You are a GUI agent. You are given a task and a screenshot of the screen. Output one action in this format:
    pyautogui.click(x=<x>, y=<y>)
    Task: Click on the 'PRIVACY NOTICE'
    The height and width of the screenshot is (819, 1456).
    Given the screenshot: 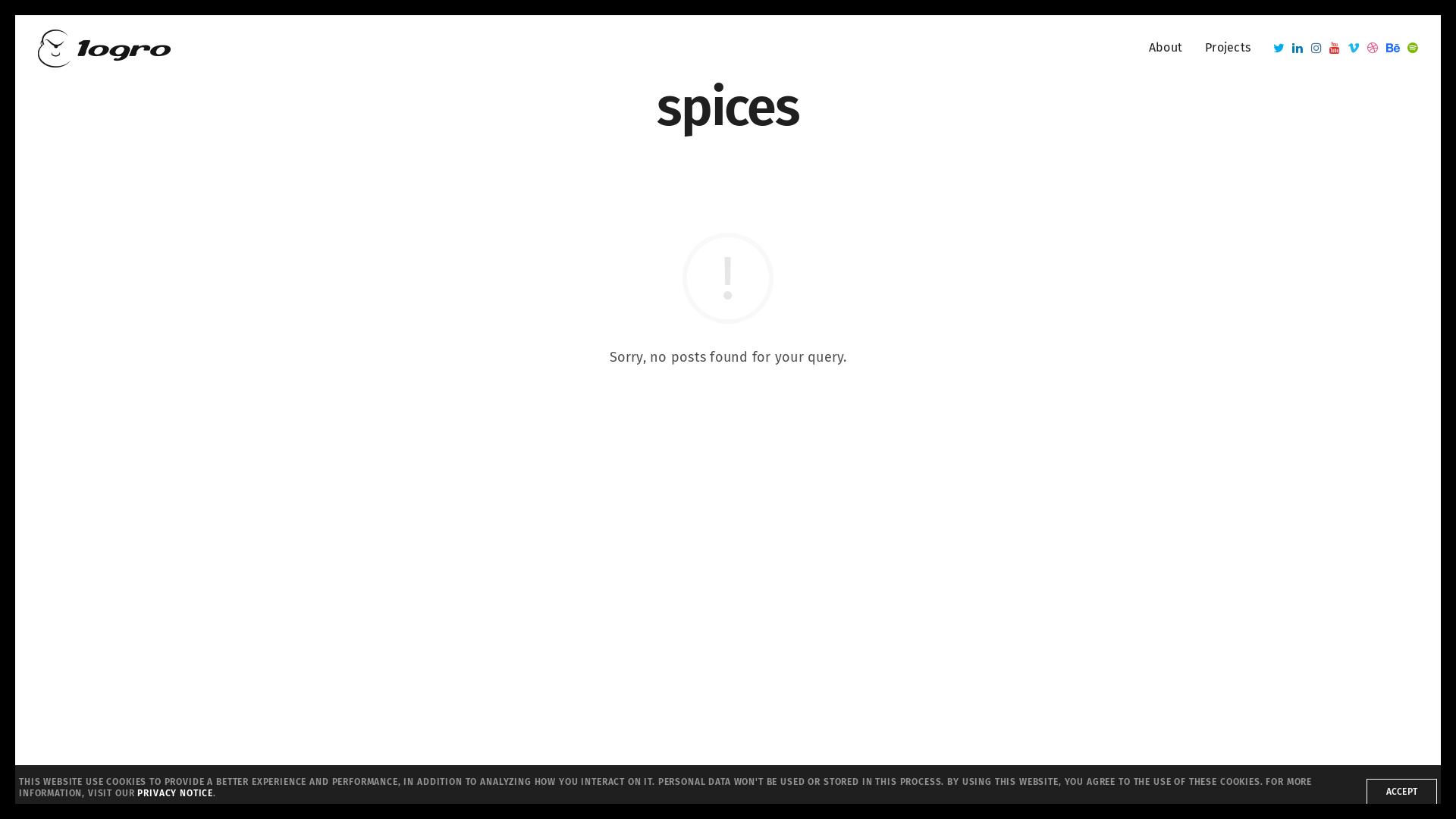 What is the action you would take?
    pyautogui.click(x=174, y=792)
    